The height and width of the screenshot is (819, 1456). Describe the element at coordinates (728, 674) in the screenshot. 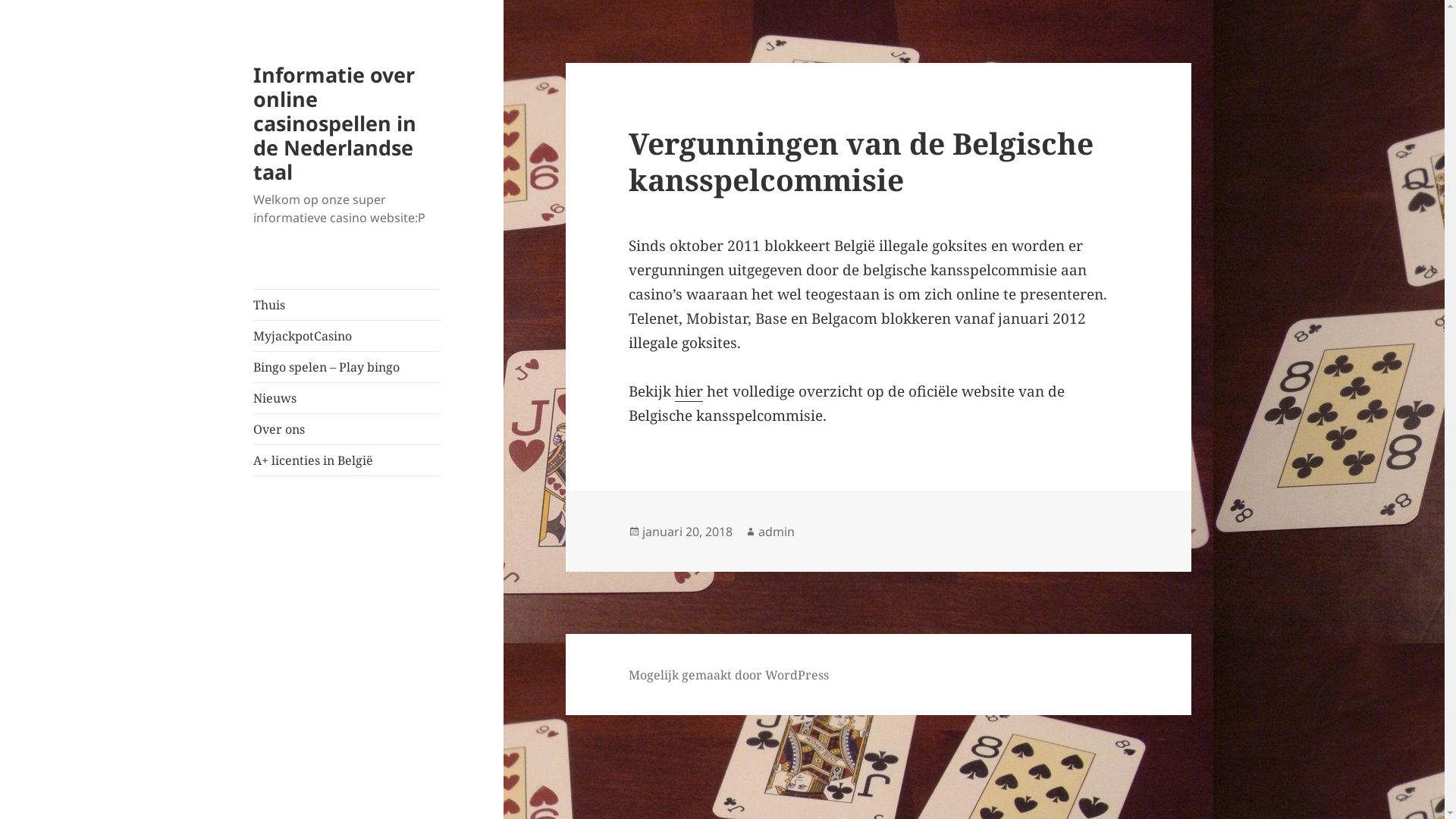

I see `'Mogelijk gemaakt door WordPress'` at that location.